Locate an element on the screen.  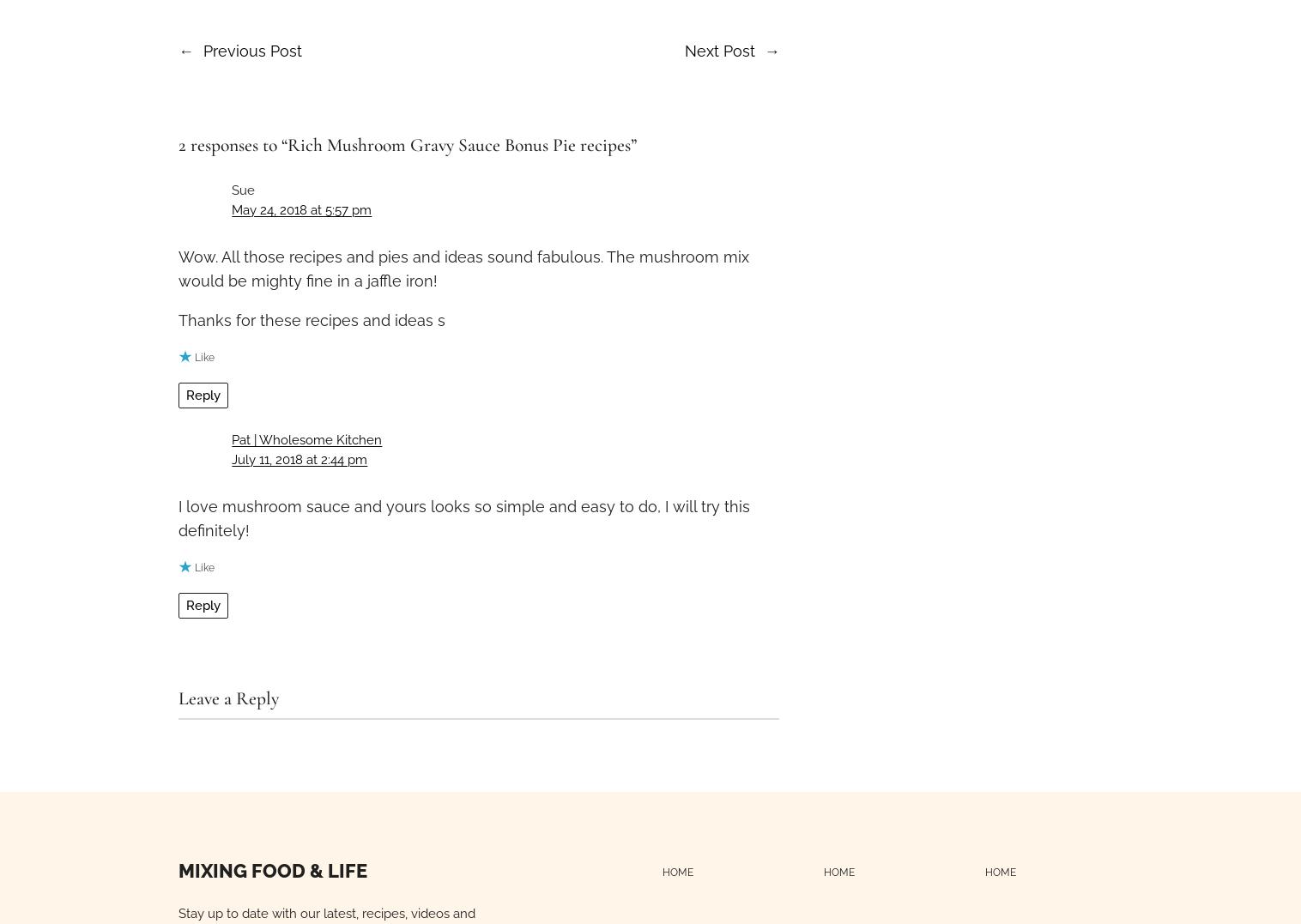
'July 11, 2018 at 2:44 pm' is located at coordinates (231, 459).